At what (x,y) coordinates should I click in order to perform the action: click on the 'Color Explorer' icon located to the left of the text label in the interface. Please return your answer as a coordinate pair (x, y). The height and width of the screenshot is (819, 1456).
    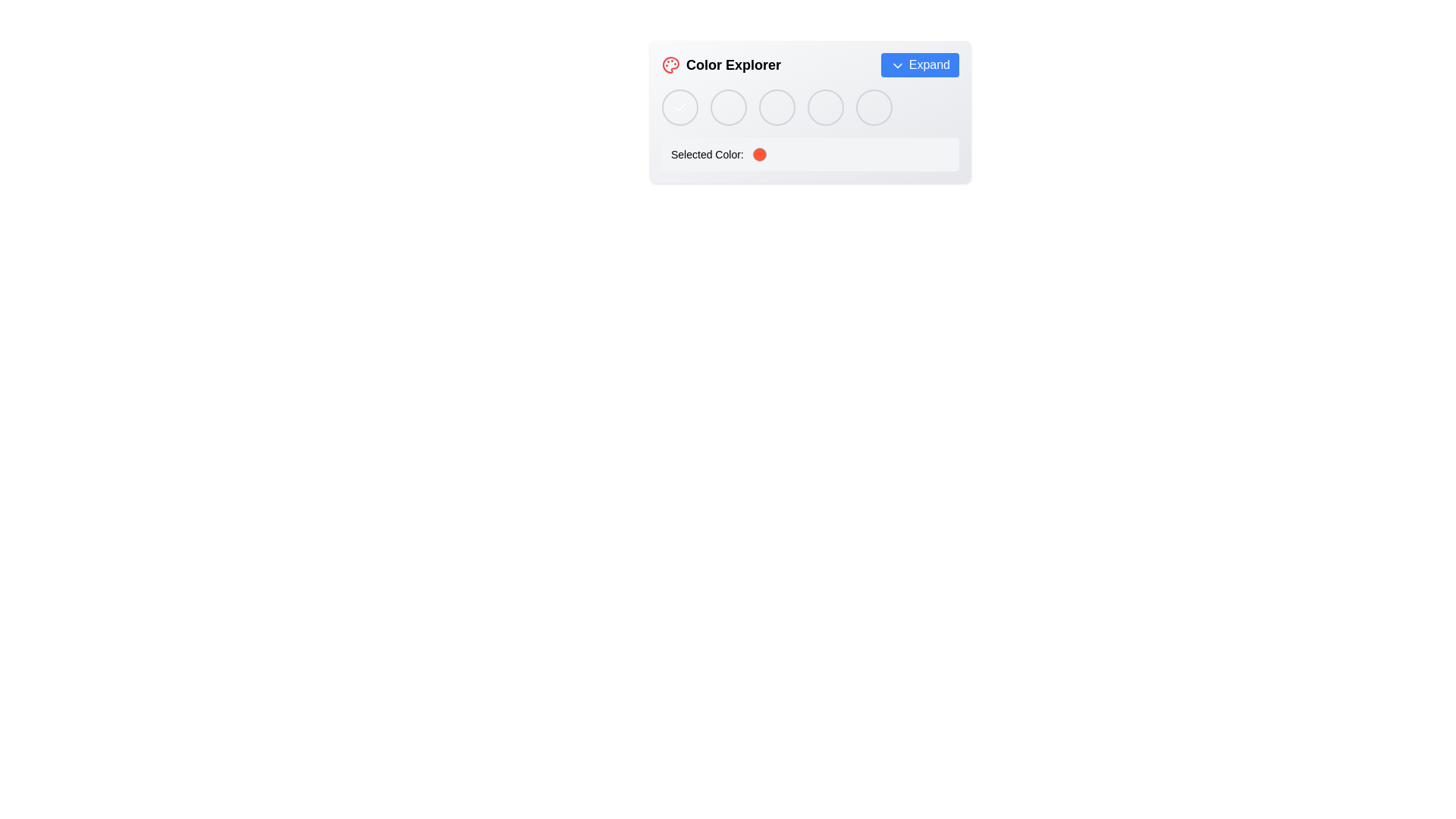
    Looking at the image, I should click on (670, 64).